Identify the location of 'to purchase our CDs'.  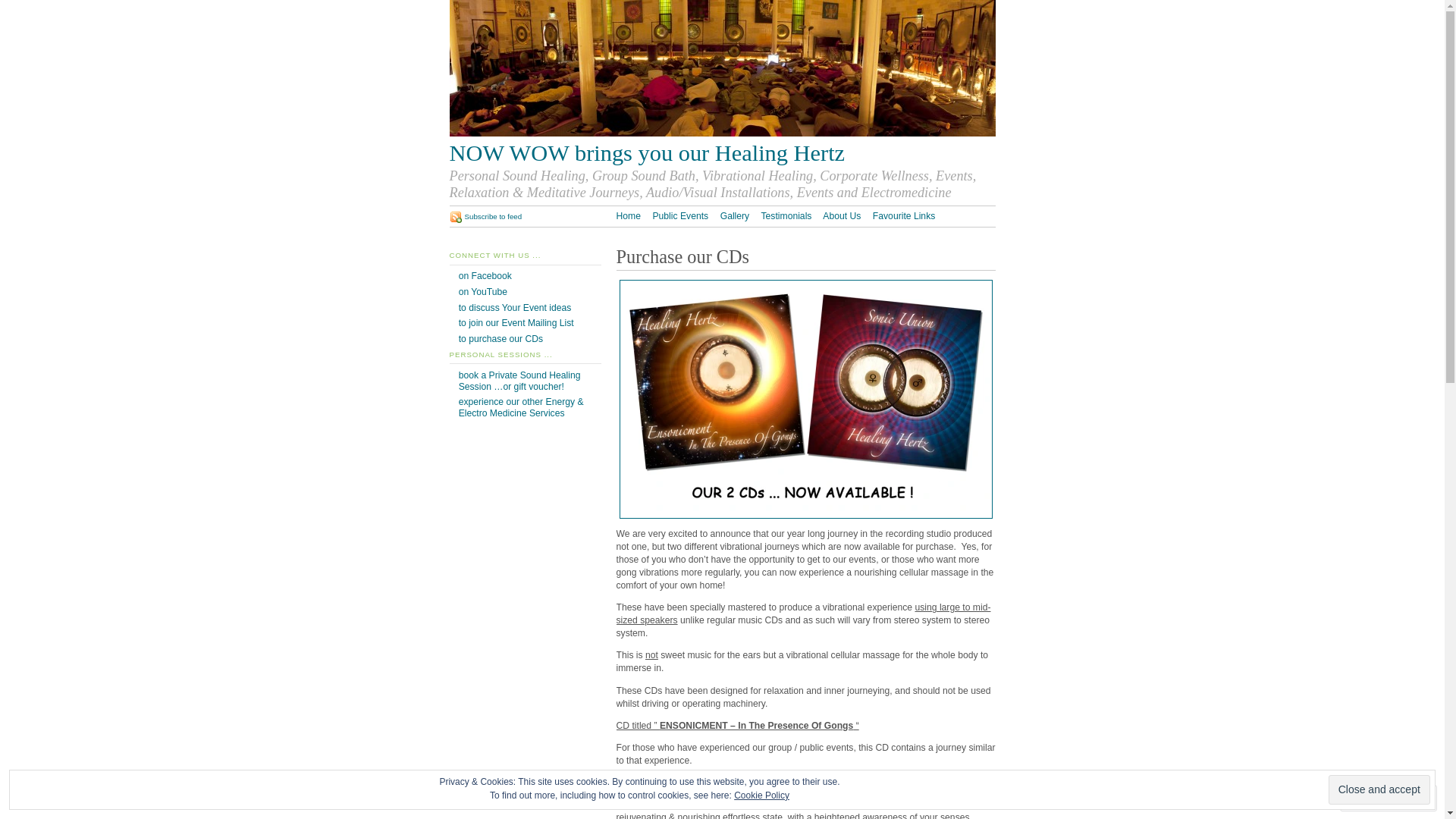
(500, 338).